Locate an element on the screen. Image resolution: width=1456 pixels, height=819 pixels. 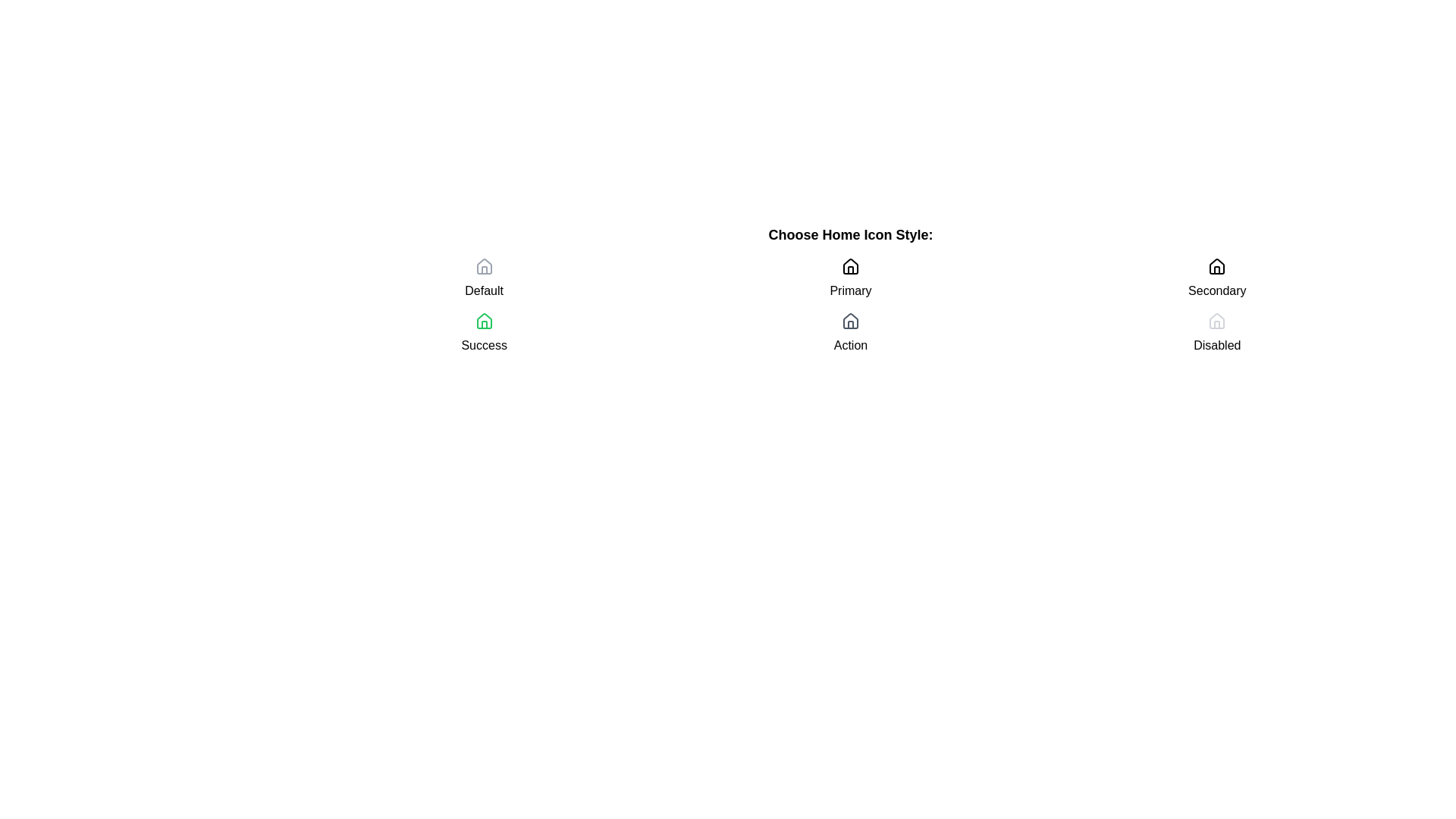
the selectable style option for the primary home icon, which is the second item in the top row of the grid under 'Choose Home Icon Style' is located at coordinates (851, 278).